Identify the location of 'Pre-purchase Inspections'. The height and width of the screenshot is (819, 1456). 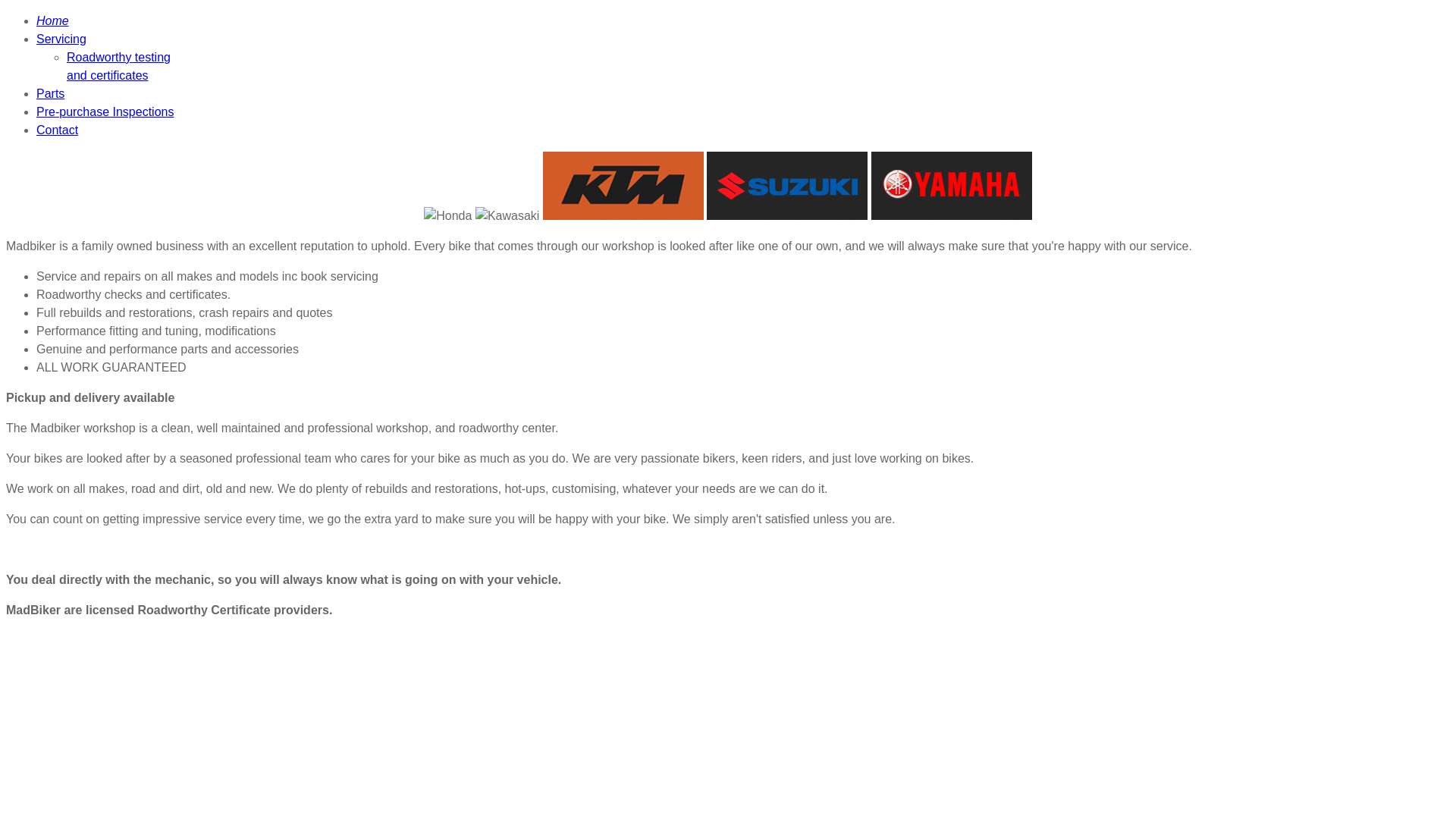
(104, 111).